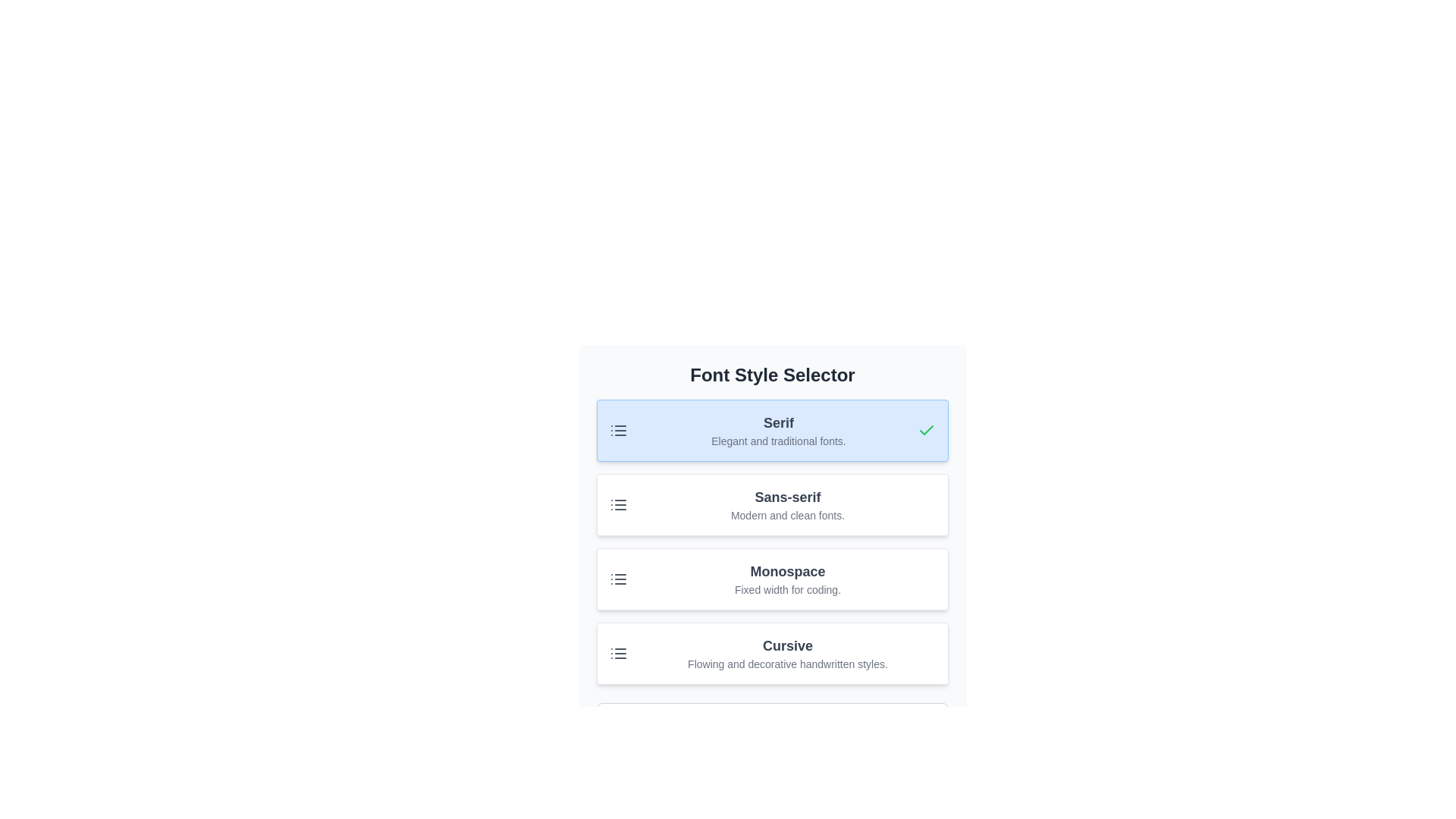 This screenshot has width=1456, height=819. Describe the element at coordinates (787, 646) in the screenshot. I see `text from the 'Cursive' text label which is prominently displayed in bold dark gray font at the top of the 'Cursive' option block within the font style selector interface` at that location.